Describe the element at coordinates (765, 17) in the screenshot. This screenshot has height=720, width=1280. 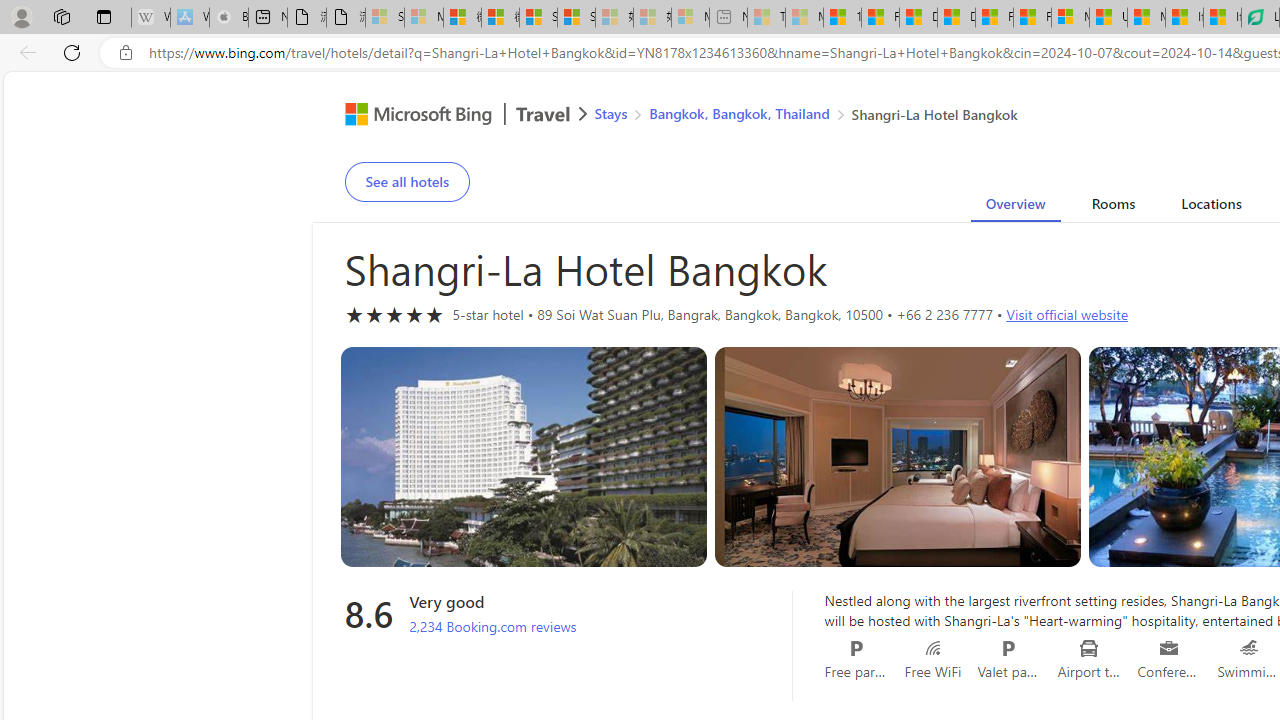
I see `'Top Stories - MSN - Sleeping'` at that location.